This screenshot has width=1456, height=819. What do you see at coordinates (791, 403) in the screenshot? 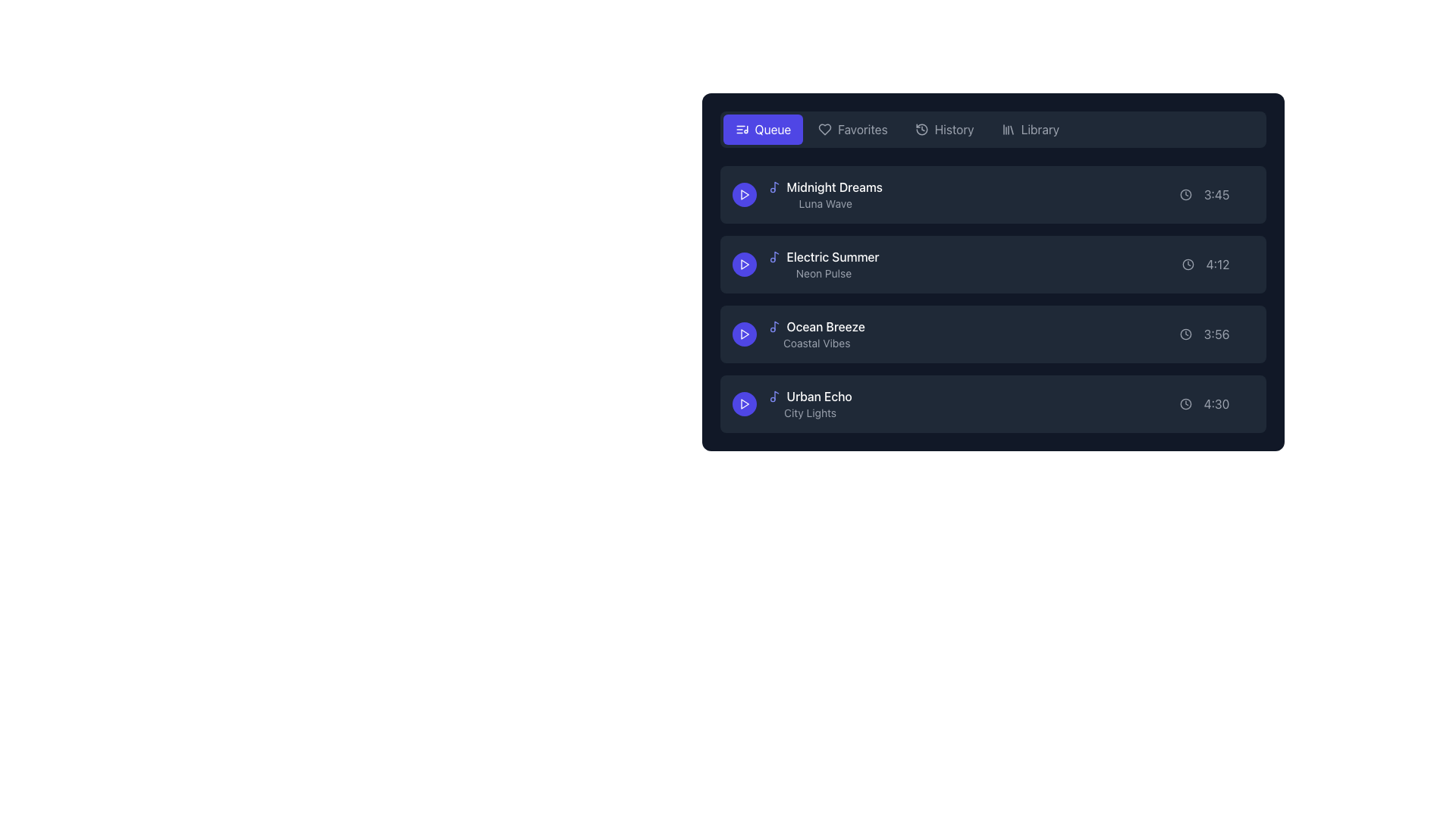
I see `the music item labeled 'Urban Echo' with the subtitle 'City Lights'` at bounding box center [791, 403].